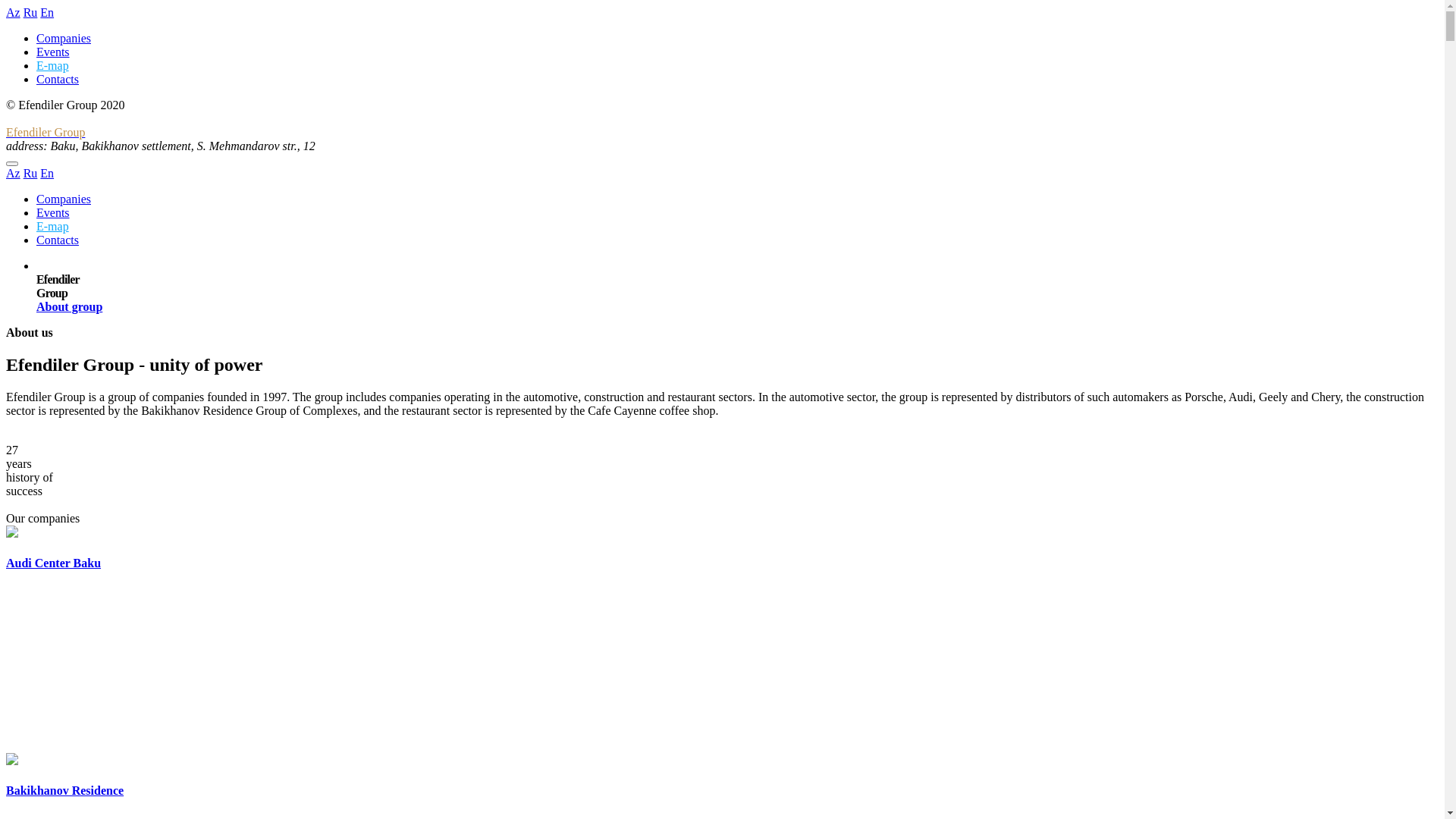 The height and width of the screenshot is (819, 1456). What do you see at coordinates (6, 776) in the screenshot?
I see `'Bakikhanov Residence'` at bounding box center [6, 776].